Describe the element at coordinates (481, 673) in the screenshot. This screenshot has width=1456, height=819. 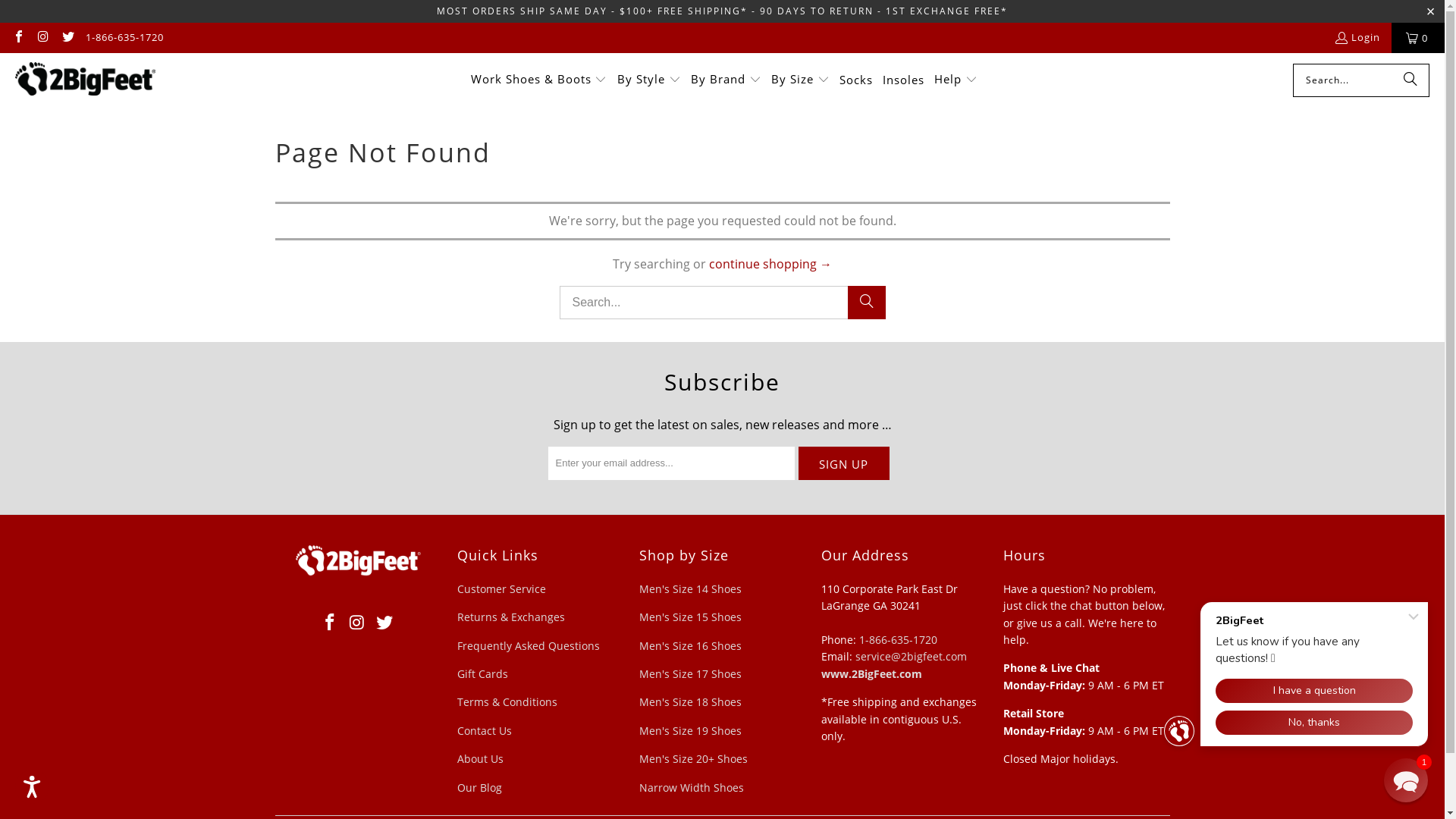
I see `'Gift Cards'` at that location.